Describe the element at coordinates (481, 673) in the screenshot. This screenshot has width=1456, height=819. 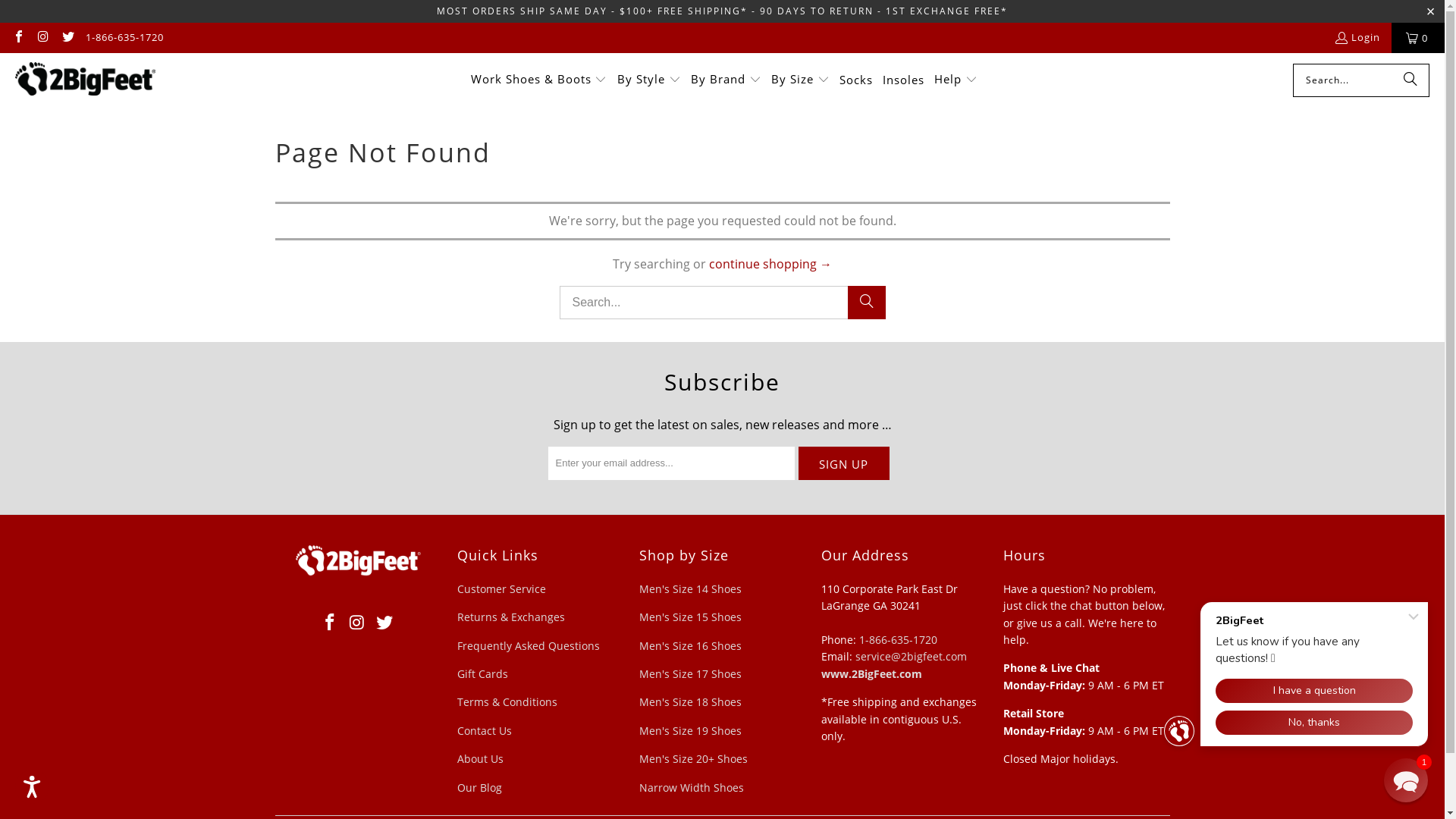
I see `'Gift Cards'` at that location.